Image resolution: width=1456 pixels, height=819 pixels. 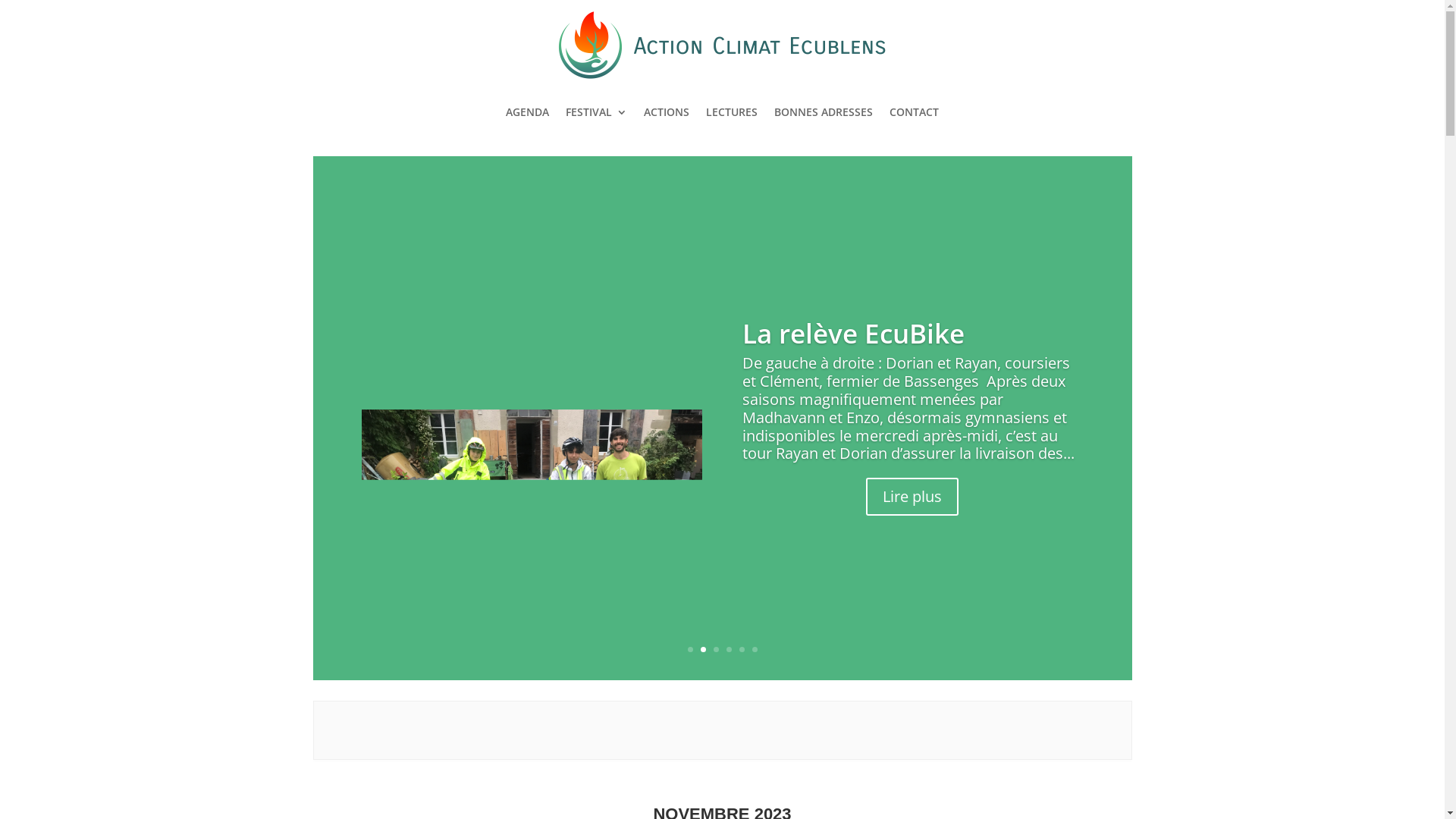 What do you see at coordinates (595, 111) in the screenshot?
I see `'FESTIVAL'` at bounding box center [595, 111].